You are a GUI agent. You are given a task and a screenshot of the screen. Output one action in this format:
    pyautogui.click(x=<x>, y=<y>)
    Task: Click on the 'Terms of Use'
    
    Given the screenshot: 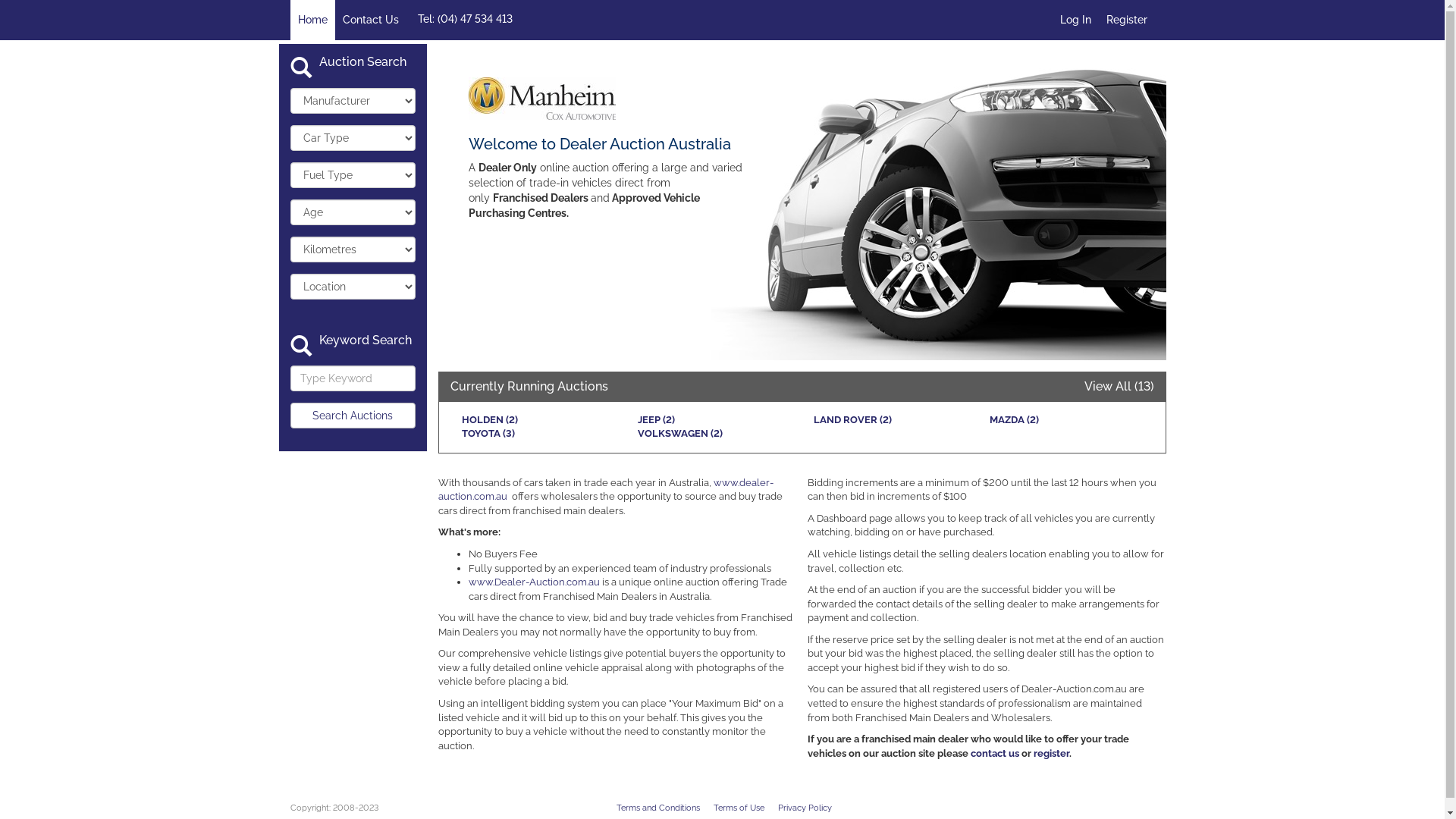 What is the action you would take?
    pyautogui.click(x=738, y=807)
    